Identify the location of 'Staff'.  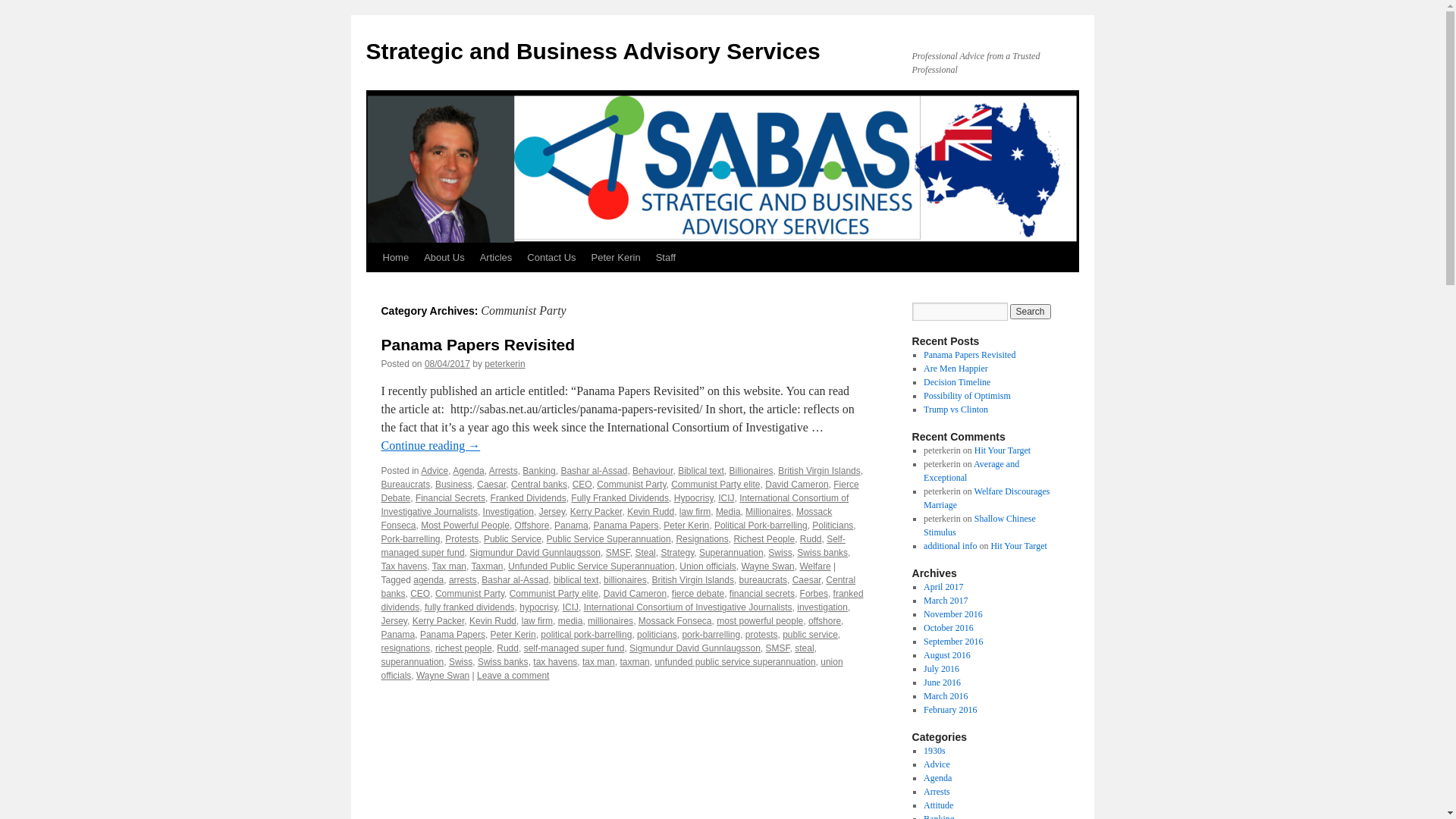
(666, 256).